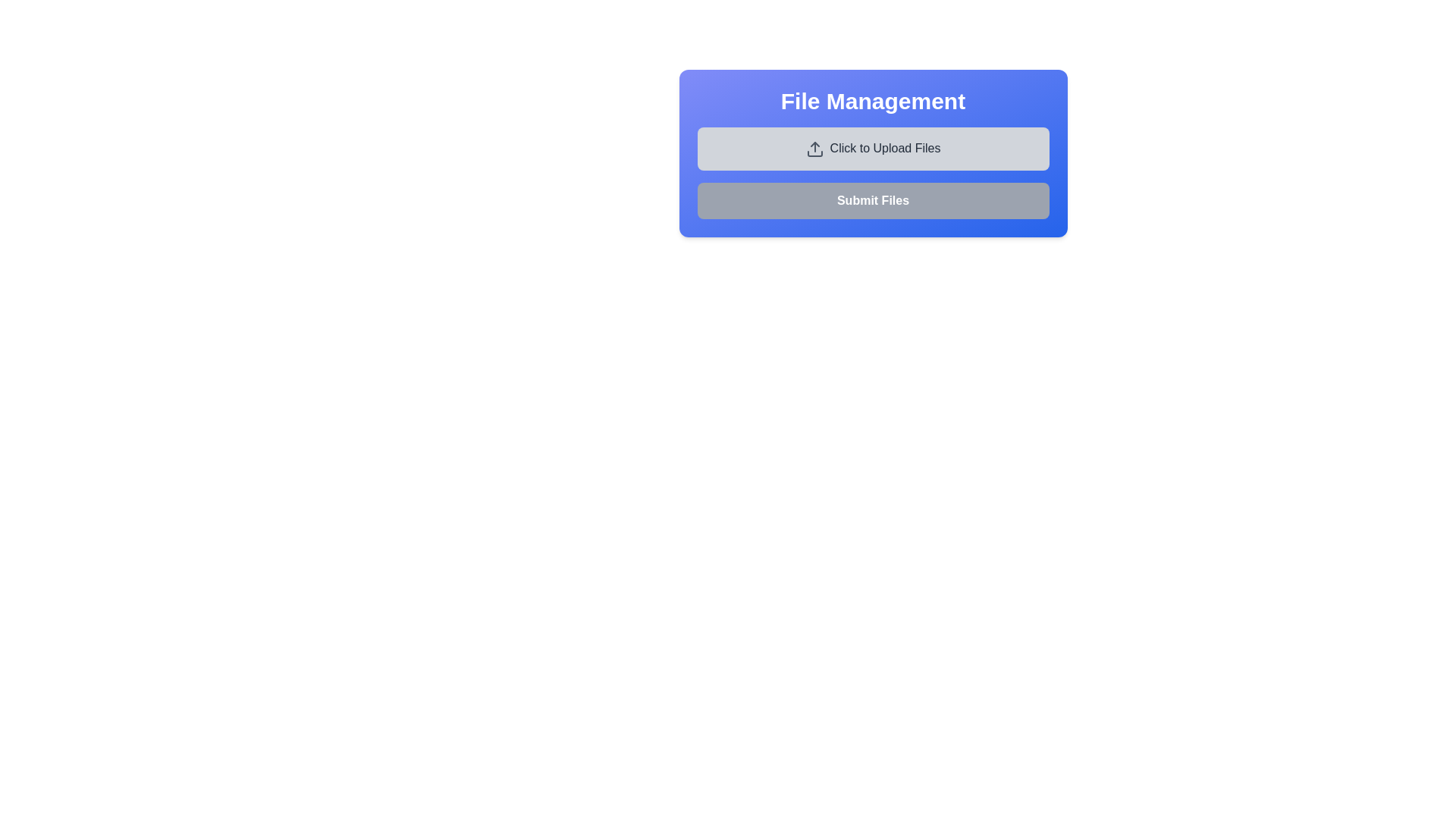 Image resolution: width=1456 pixels, height=819 pixels. What do you see at coordinates (885, 148) in the screenshot?
I see `the static text display that instructs users to click for file upload, located in the middle section of the file management interface` at bounding box center [885, 148].